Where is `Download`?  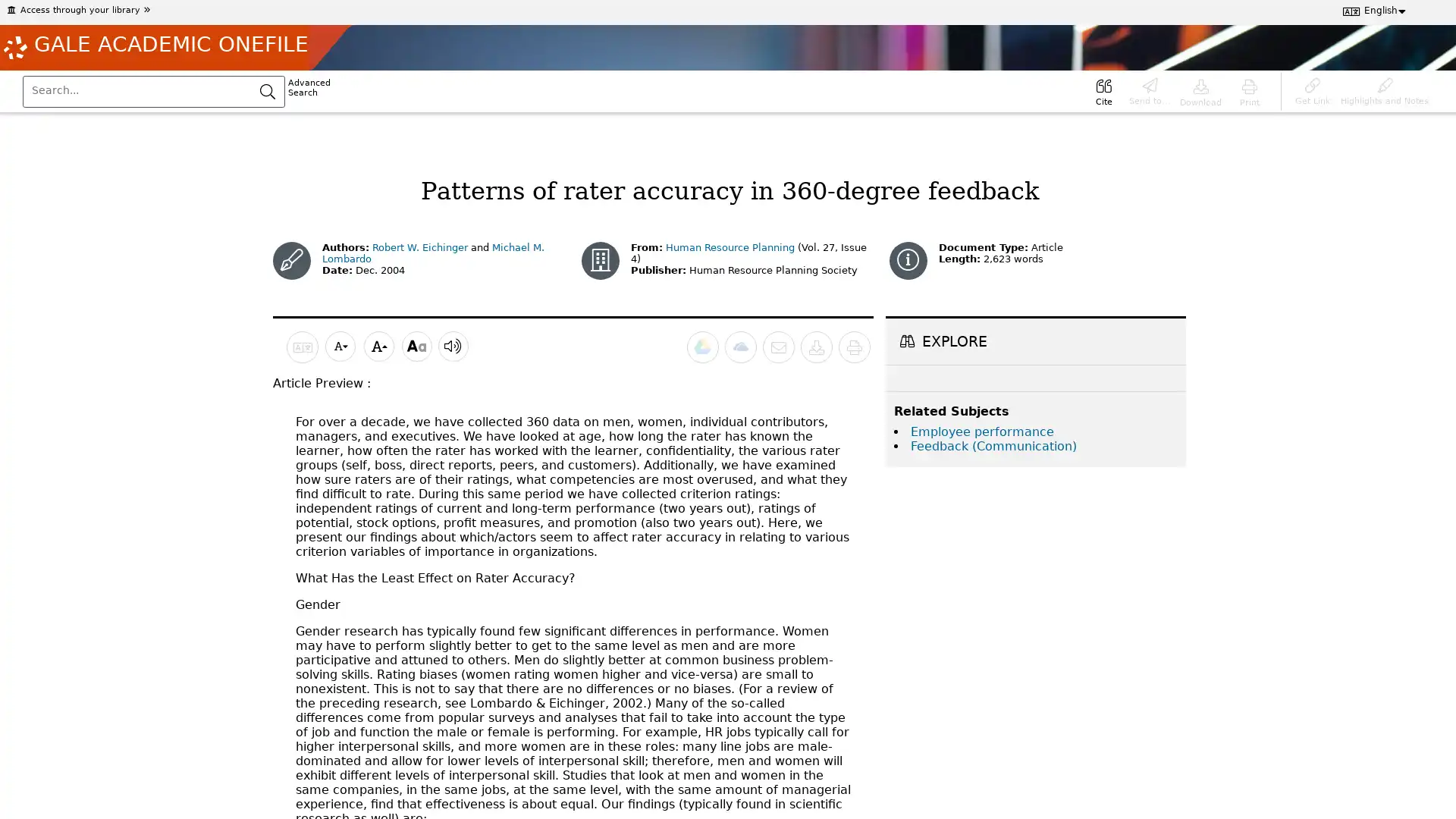 Download is located at coordinates (815, 347).